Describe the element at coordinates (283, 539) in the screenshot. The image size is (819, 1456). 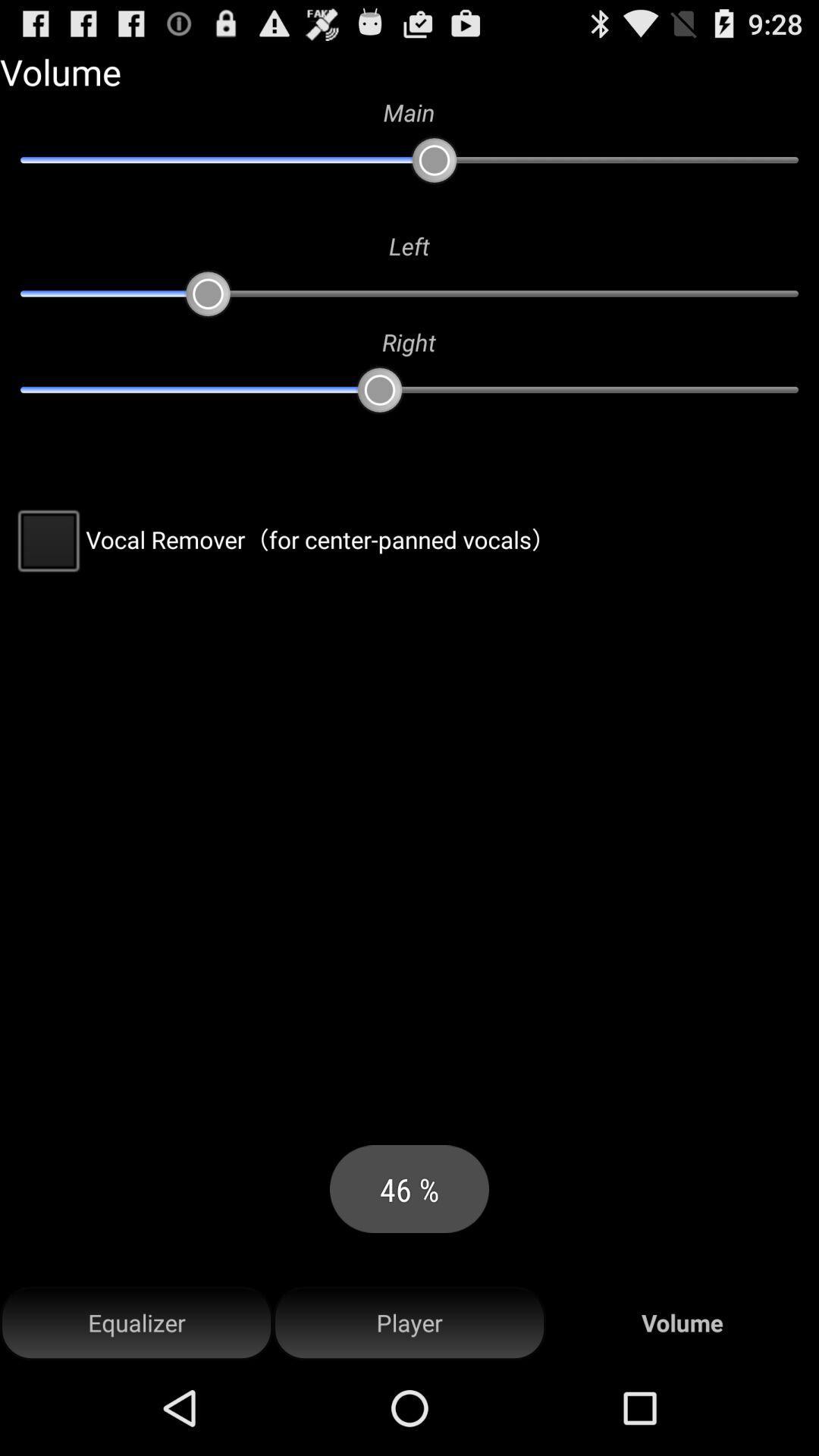
I see `the vocal remover for at the center` at that location.